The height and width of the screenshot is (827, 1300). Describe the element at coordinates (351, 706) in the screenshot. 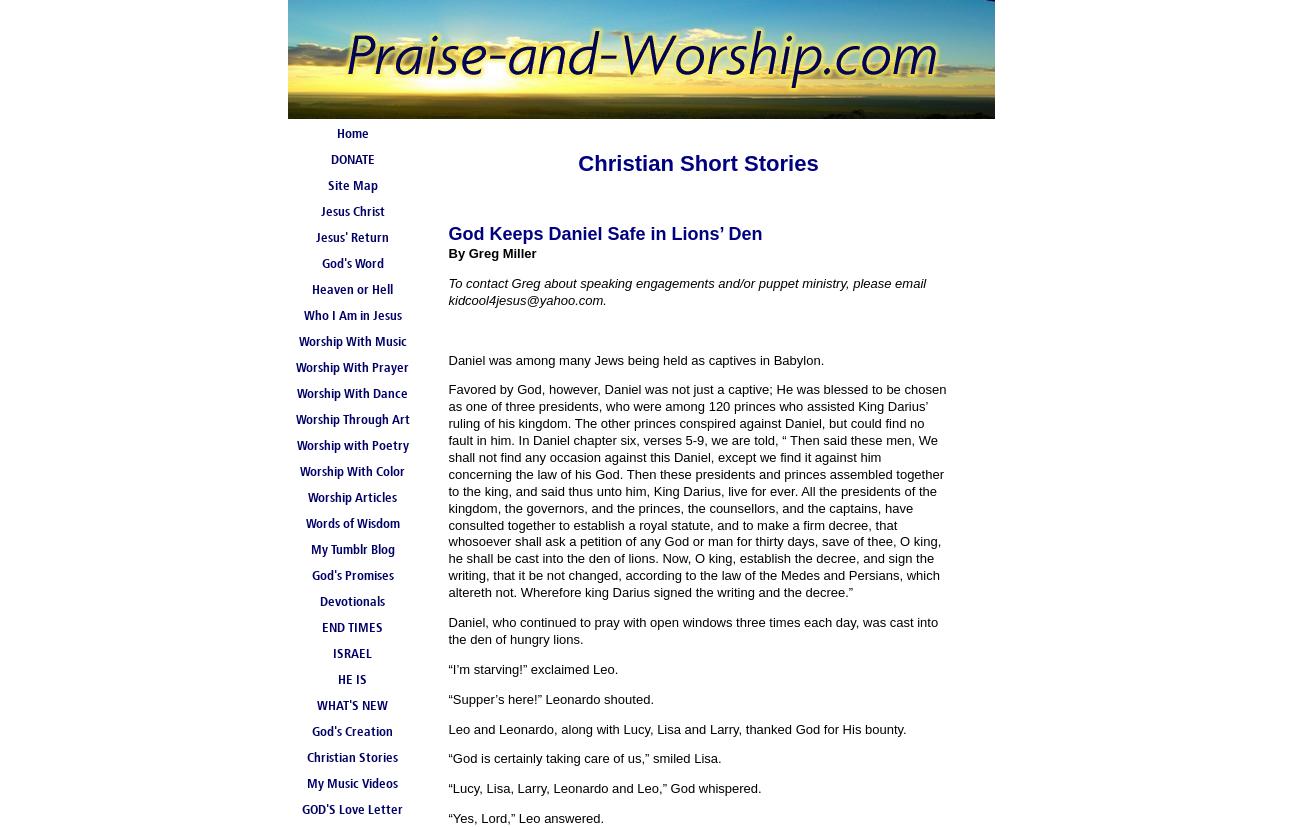

I see `'WHAT'S NEW'` at that location.